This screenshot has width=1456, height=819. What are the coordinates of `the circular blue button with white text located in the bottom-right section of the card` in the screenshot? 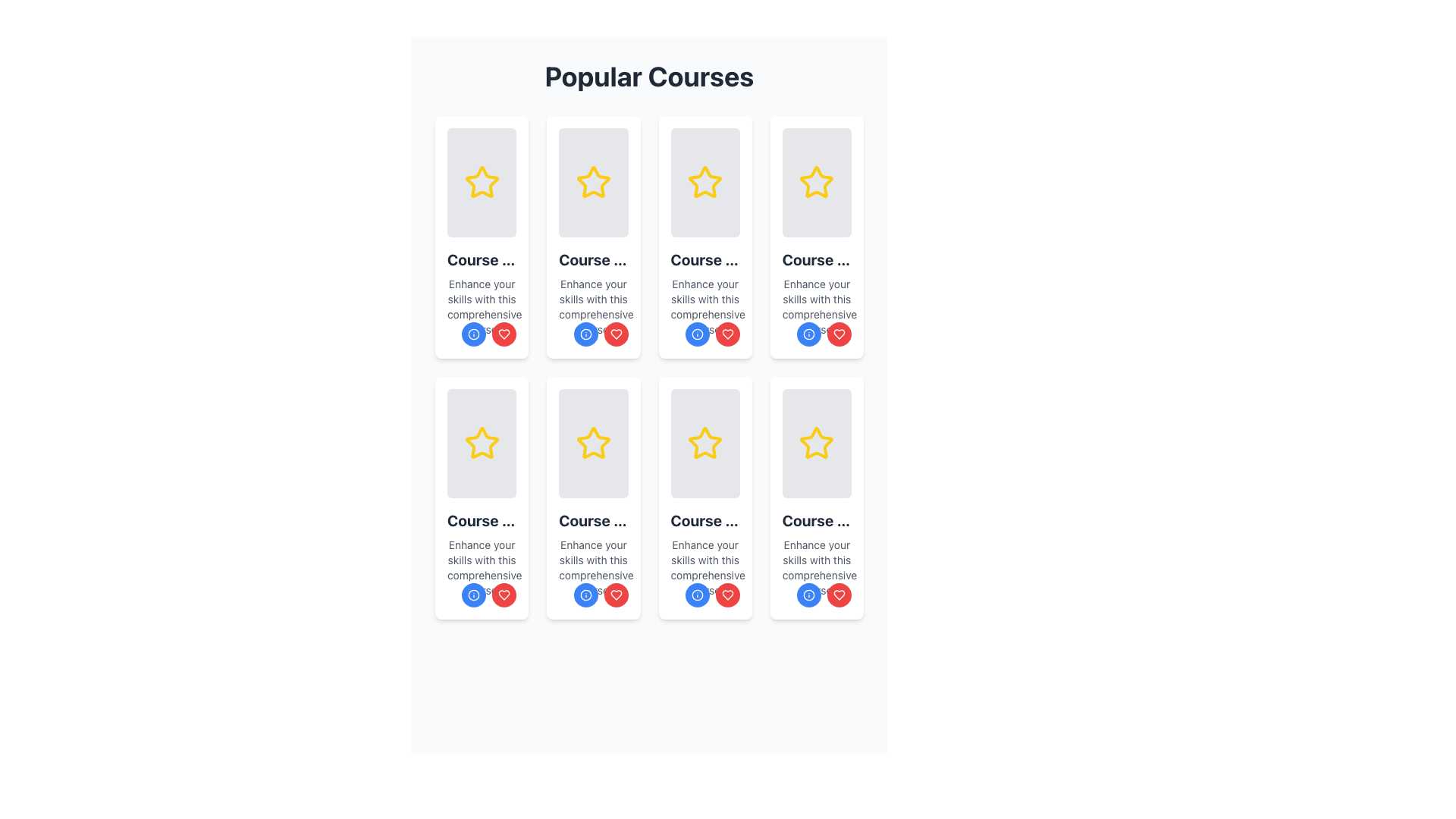 It's located at (696, 595).